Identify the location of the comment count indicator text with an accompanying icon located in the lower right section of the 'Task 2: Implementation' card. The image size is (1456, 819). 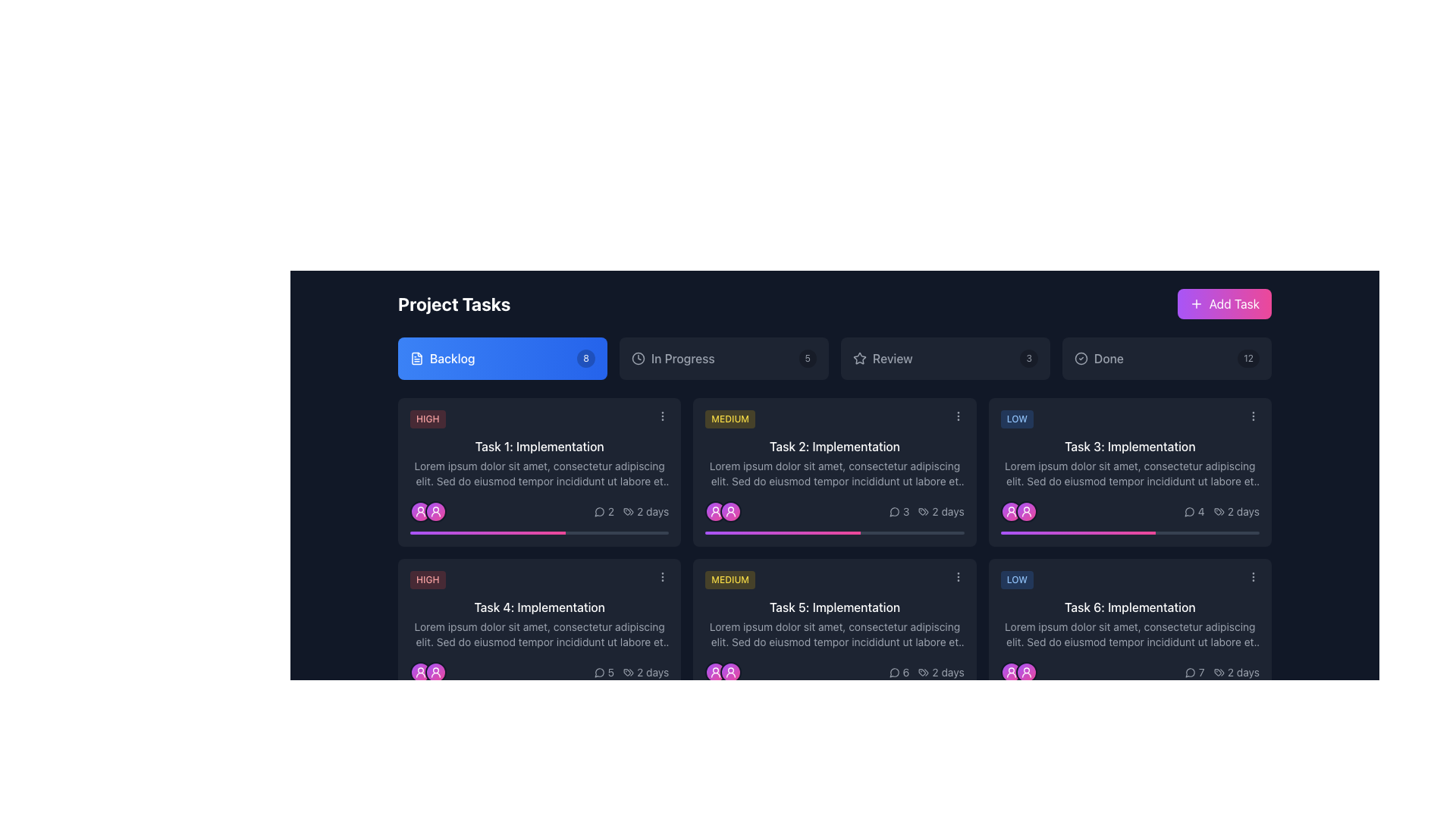
(899, 512).